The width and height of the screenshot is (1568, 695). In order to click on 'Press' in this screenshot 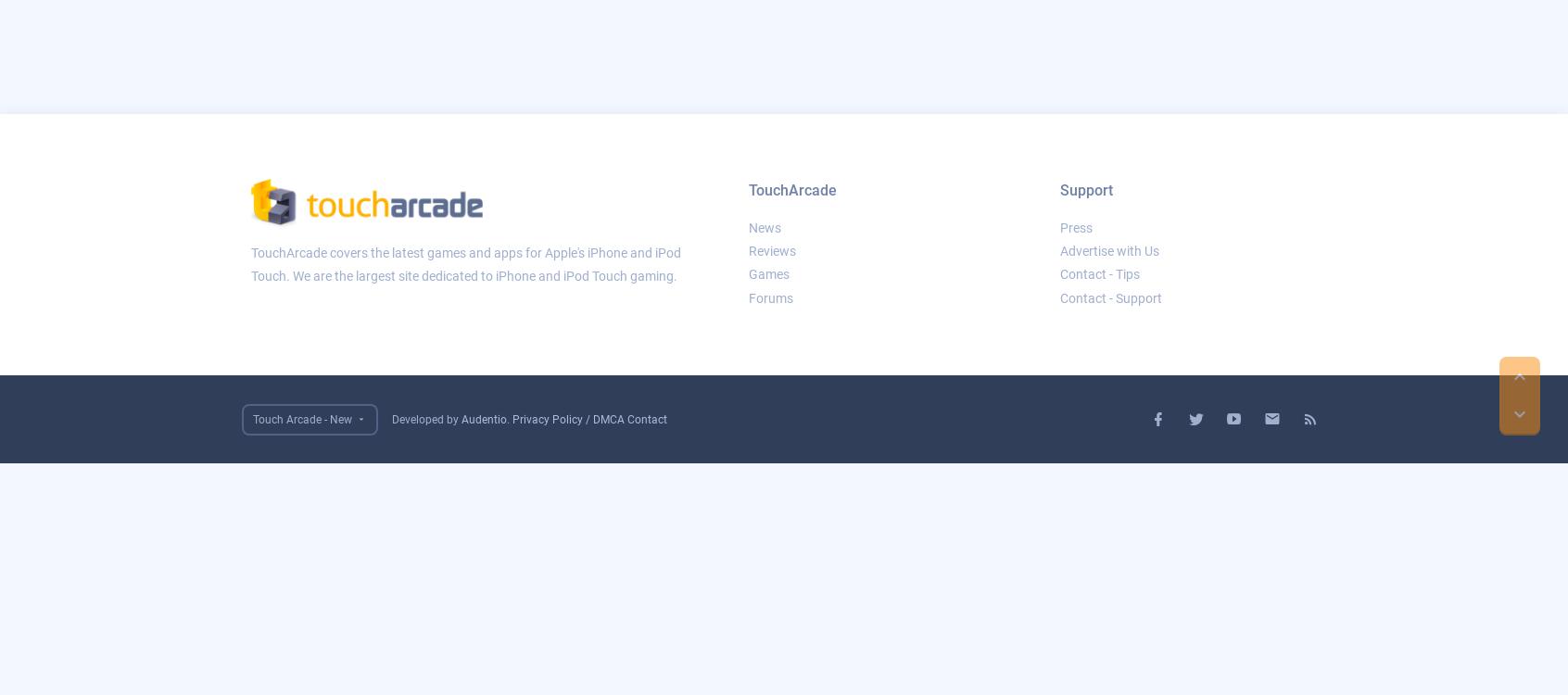, I will do `click(1058, 226)`.